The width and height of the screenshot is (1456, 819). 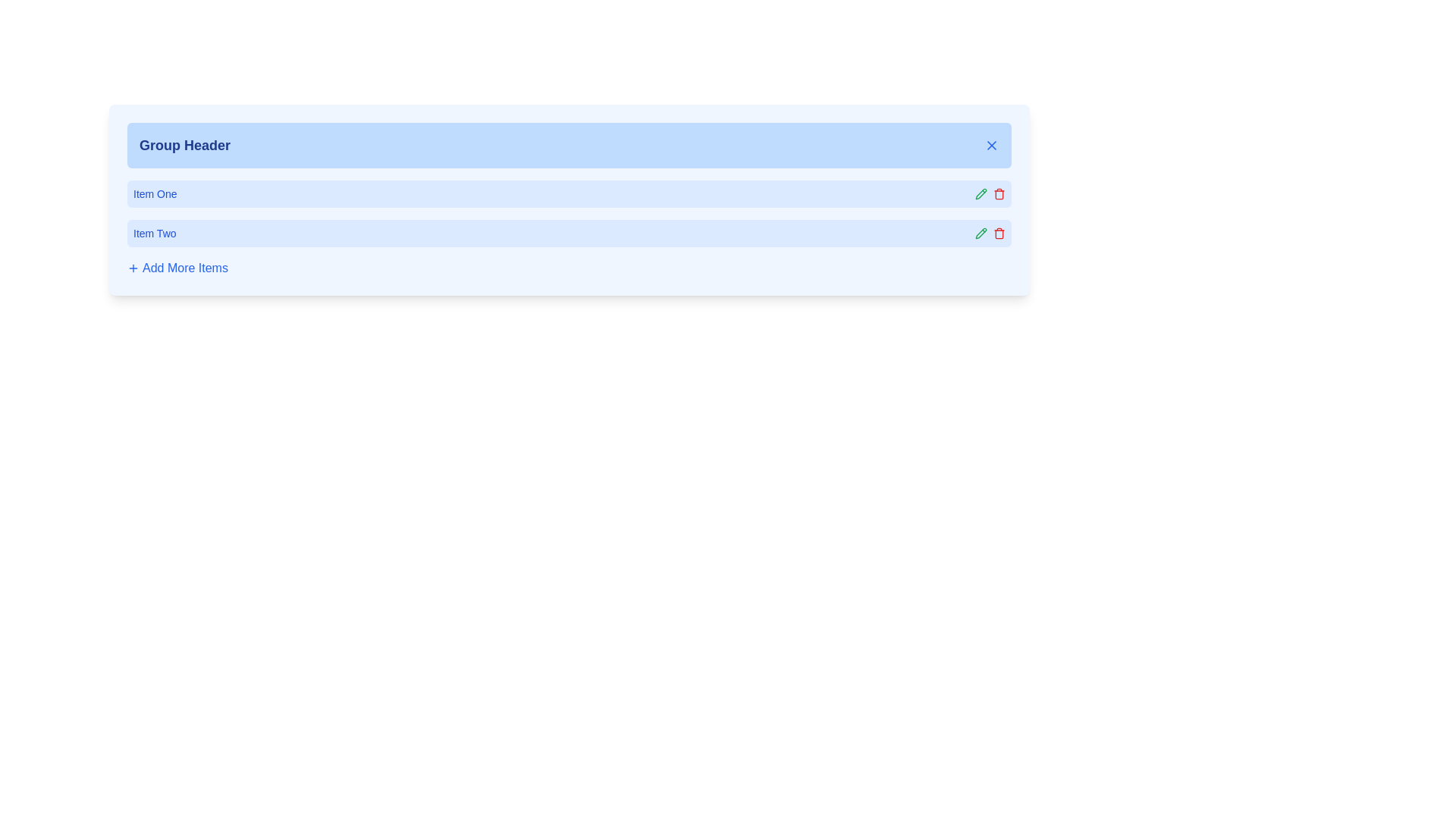 I want to click on the '+' icon, which is a minimalistic graphical representation with two intersecting lines, located at the bottom left of the 'Add More Items' button group under the 'Group Header', so click(x=133, y=268).